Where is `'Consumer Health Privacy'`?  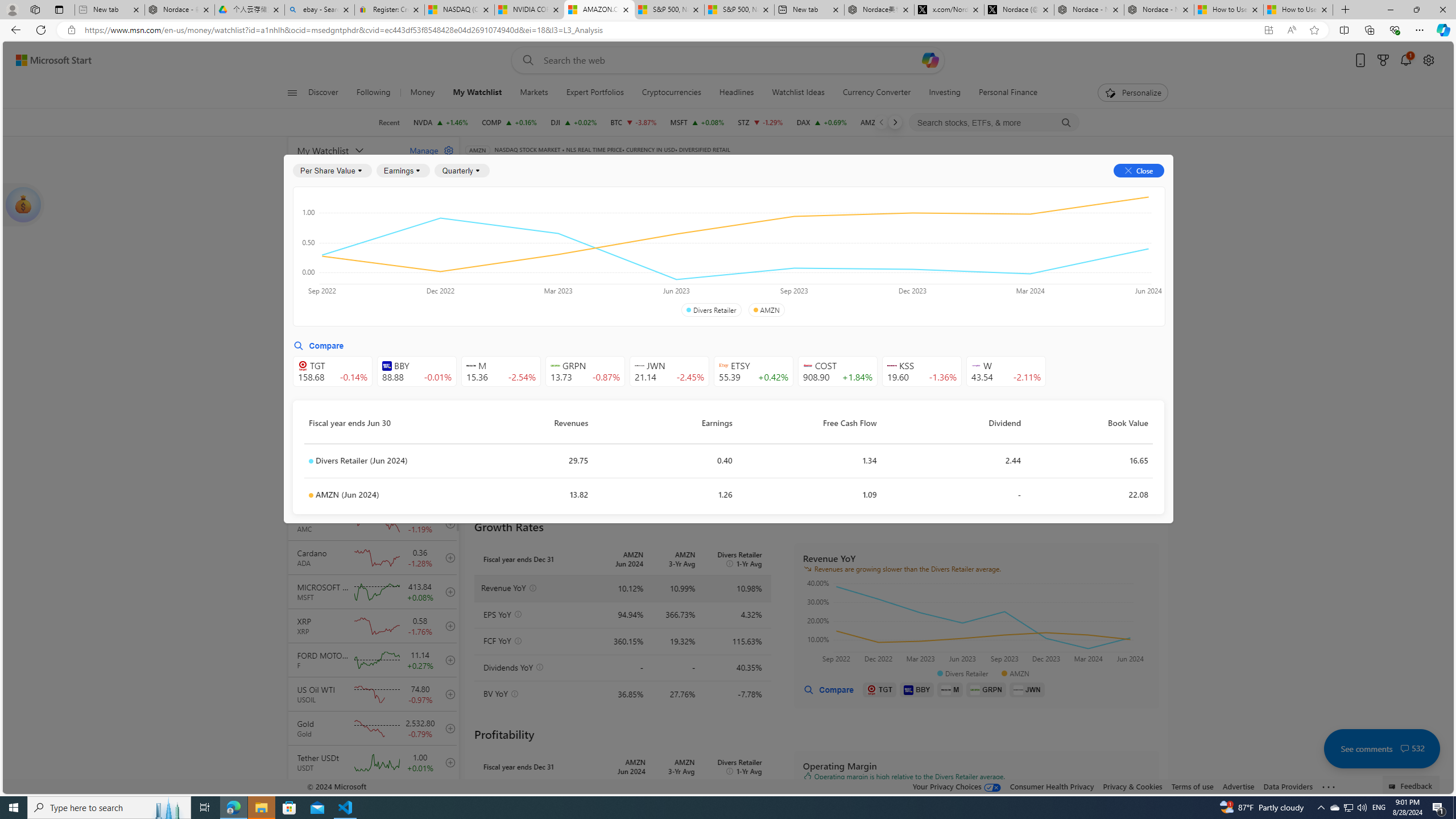
'Consumer Health Privacy' is located at coordinates (1051, 786).